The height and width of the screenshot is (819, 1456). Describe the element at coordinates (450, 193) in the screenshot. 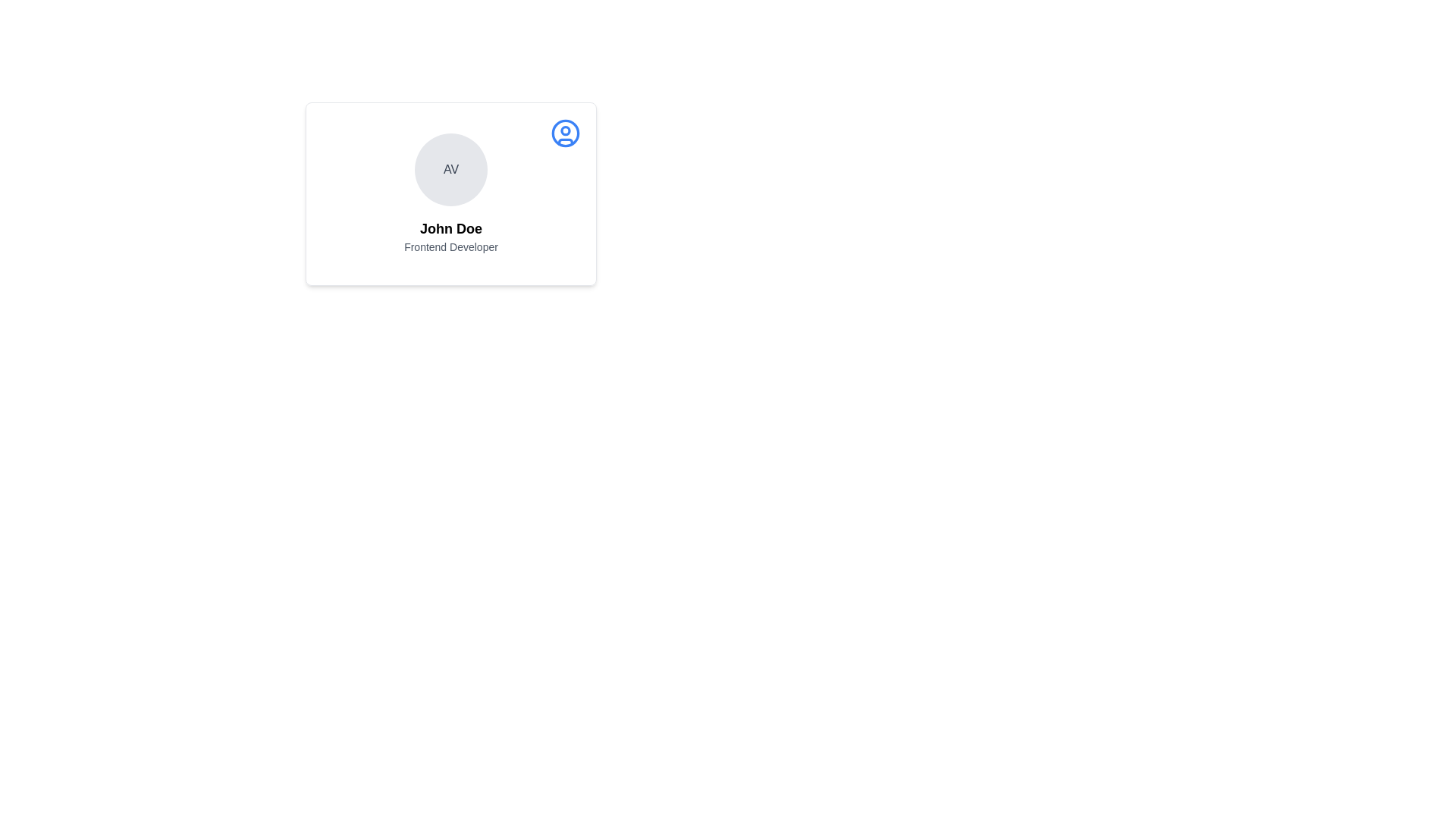

I see `user information displayed in the user profile section, which includes the profile picture, initials 'AV', name 'John Doe', and role 'Frontend Developer'` at that location.